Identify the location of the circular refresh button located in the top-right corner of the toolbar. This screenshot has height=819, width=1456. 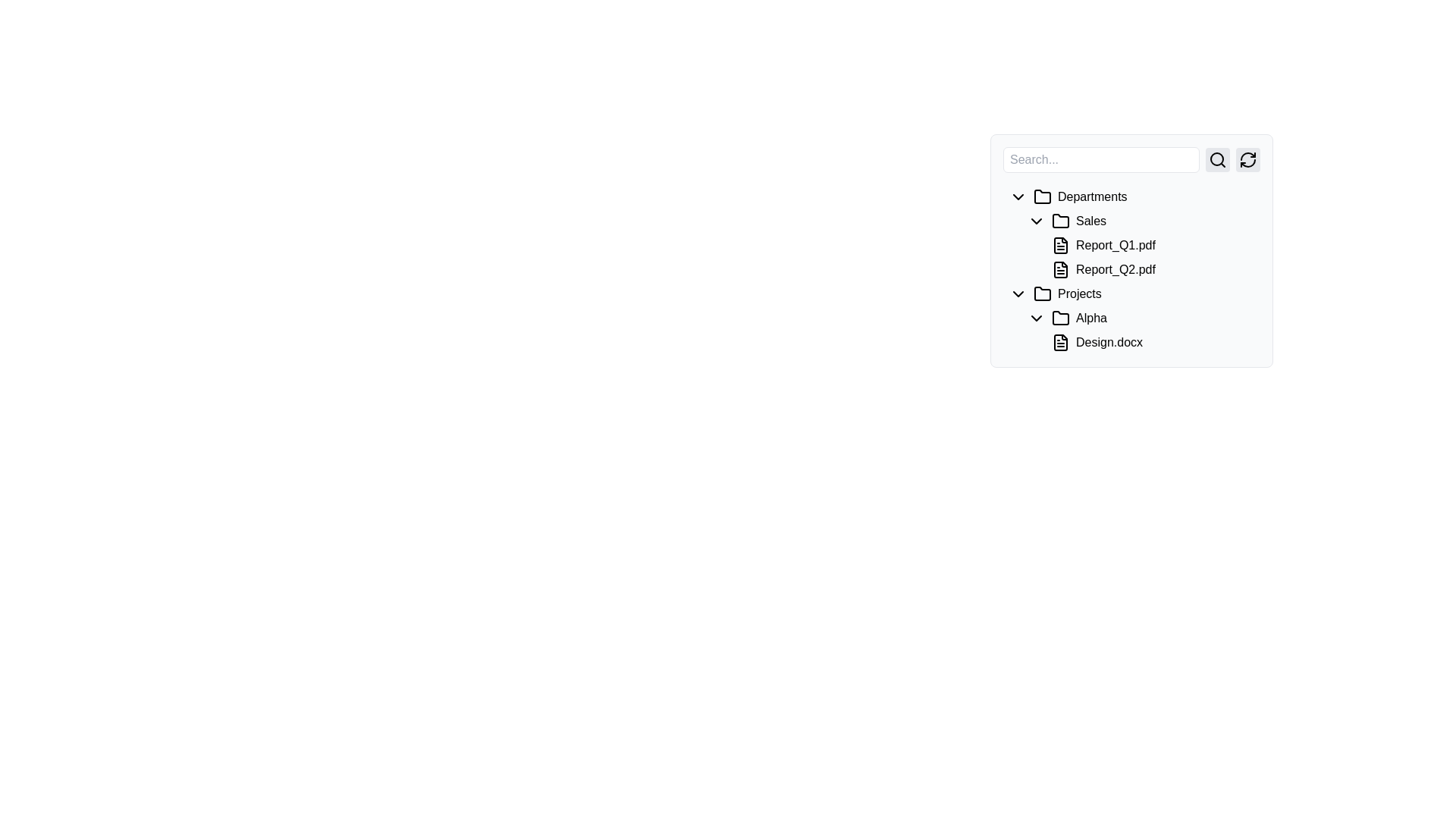
(1248, 160).